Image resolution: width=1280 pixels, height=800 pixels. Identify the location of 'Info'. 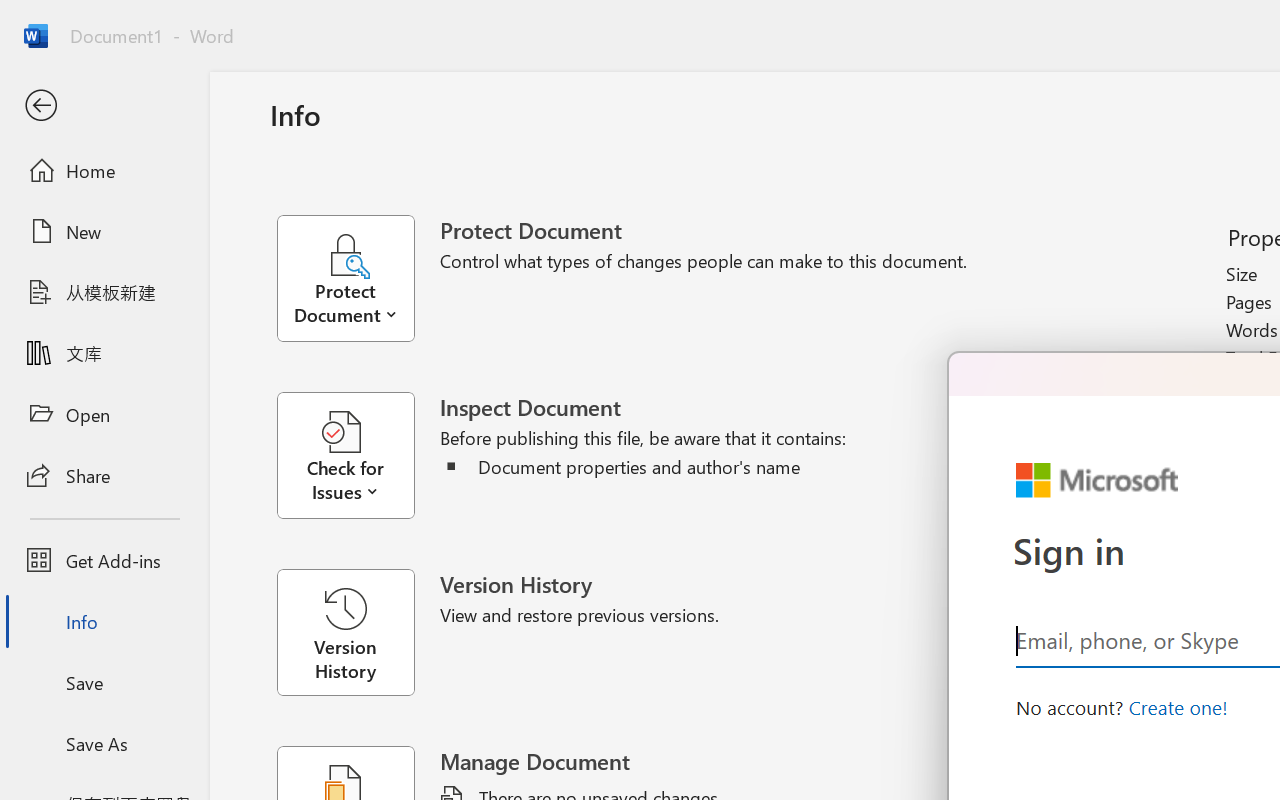
(103, 621).